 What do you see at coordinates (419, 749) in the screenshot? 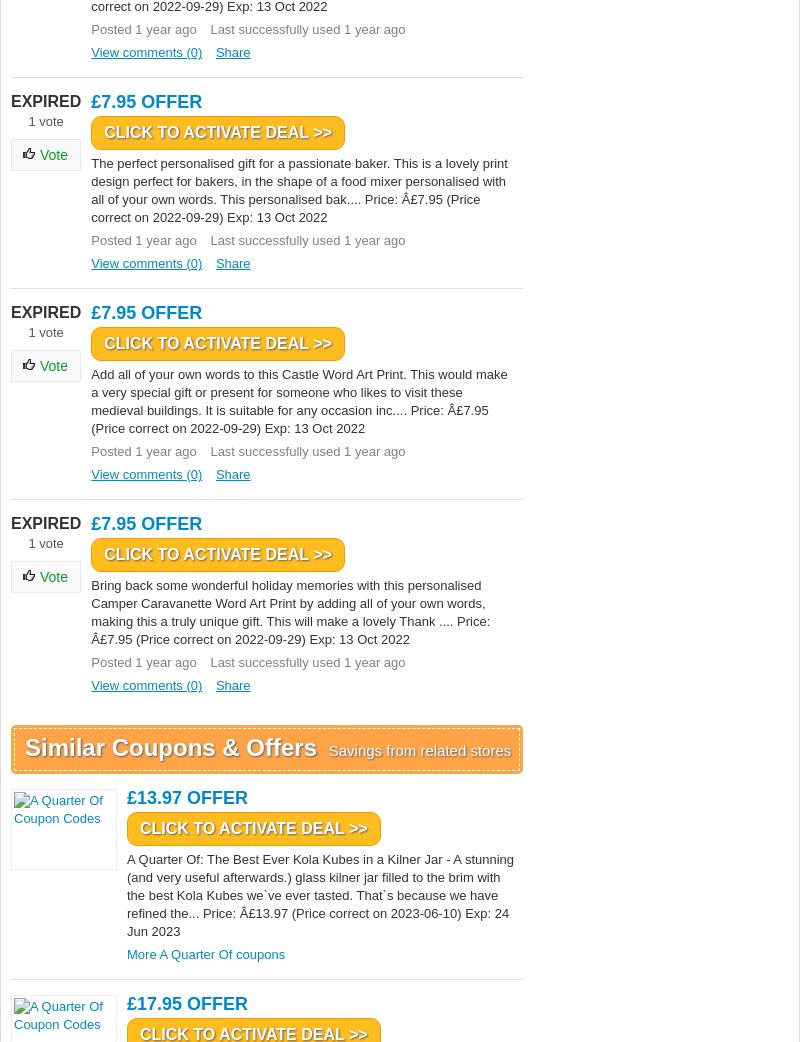
I see `'Savings from related stores'` at bounding box center [419, 749].